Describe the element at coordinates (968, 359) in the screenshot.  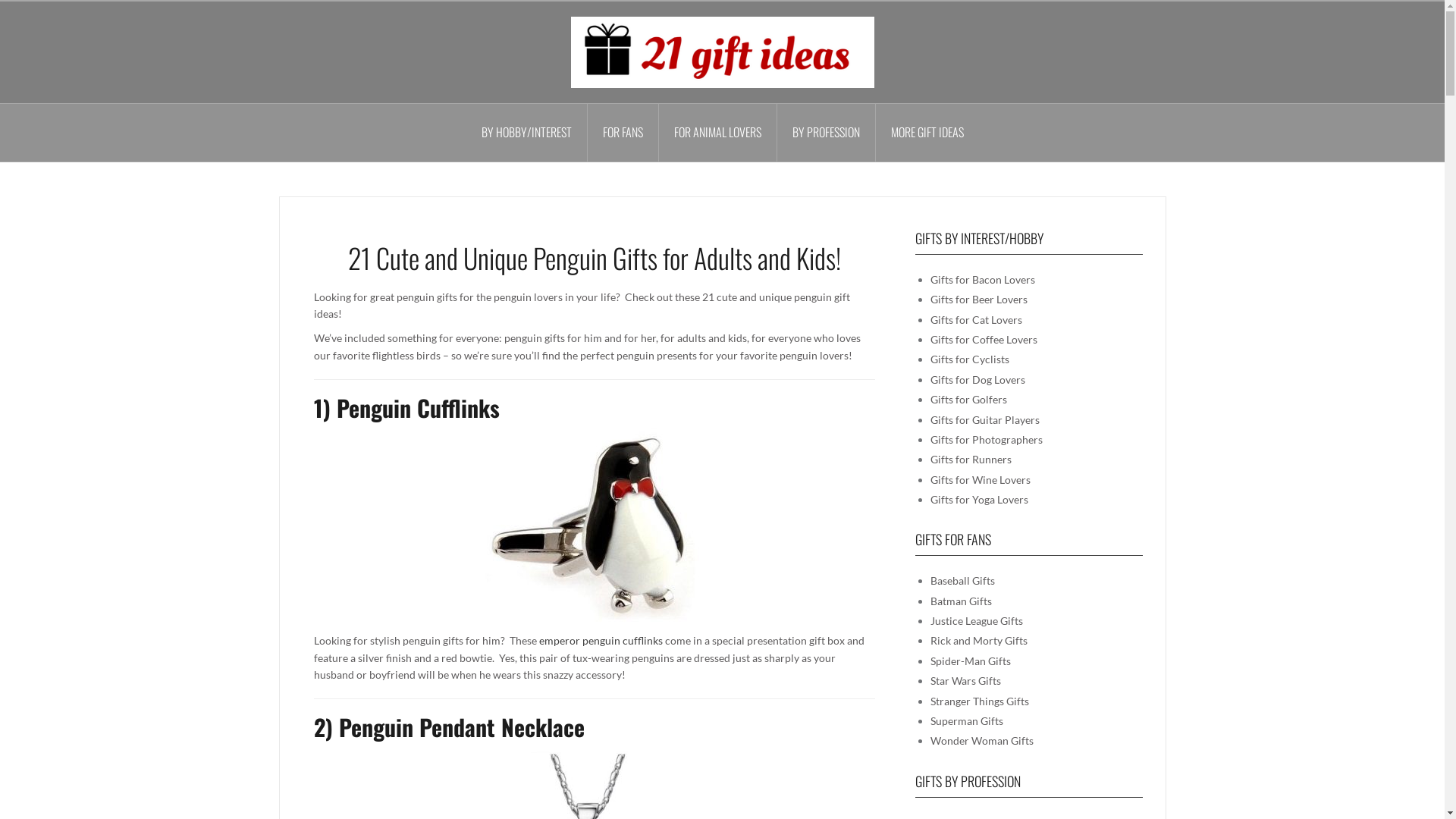
I see `'Gifts for Cyclists'` at that location.